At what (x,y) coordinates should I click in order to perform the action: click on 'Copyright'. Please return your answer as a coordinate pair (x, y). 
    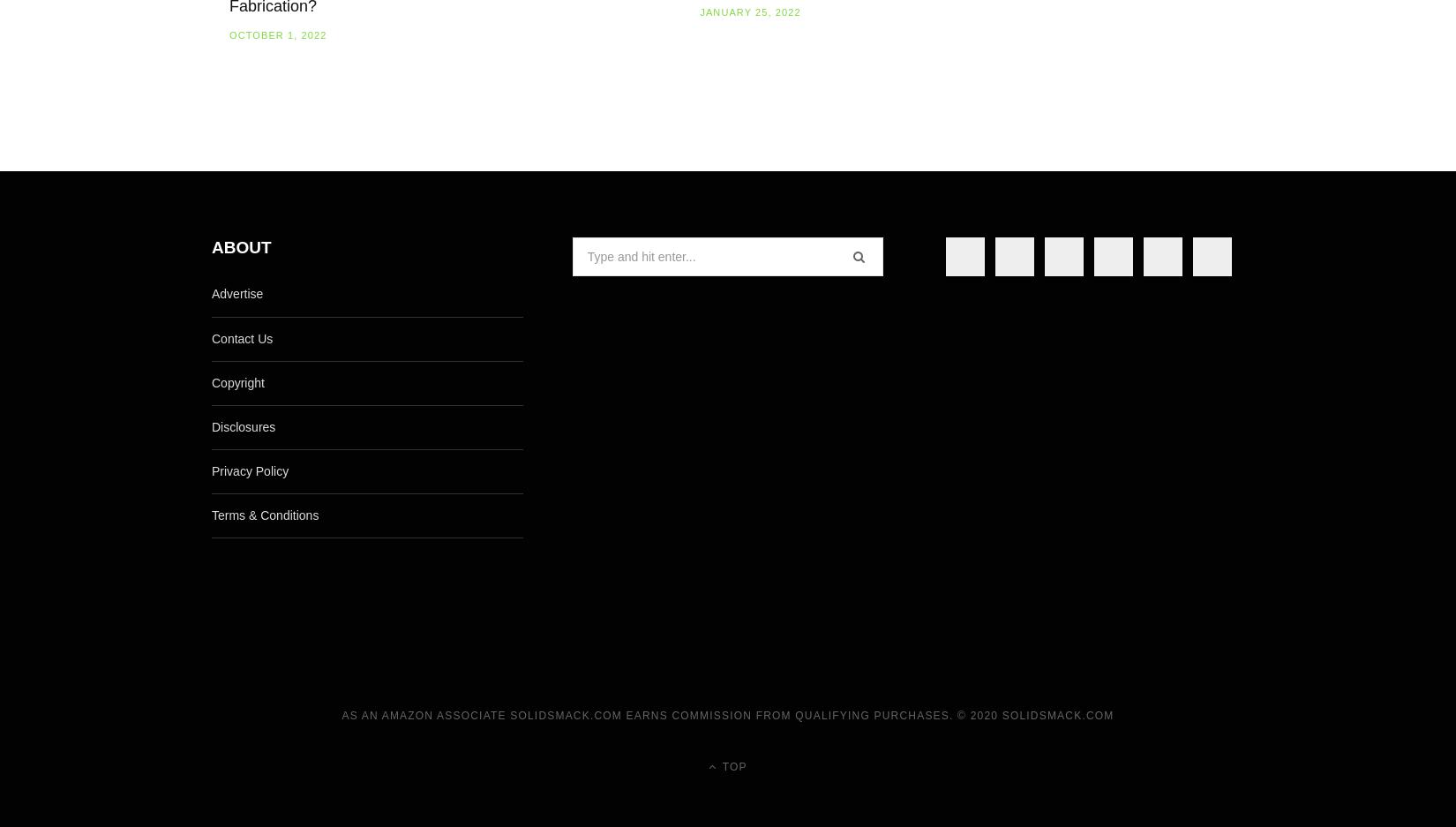
    Looking at the image, I should click on (237, 381).